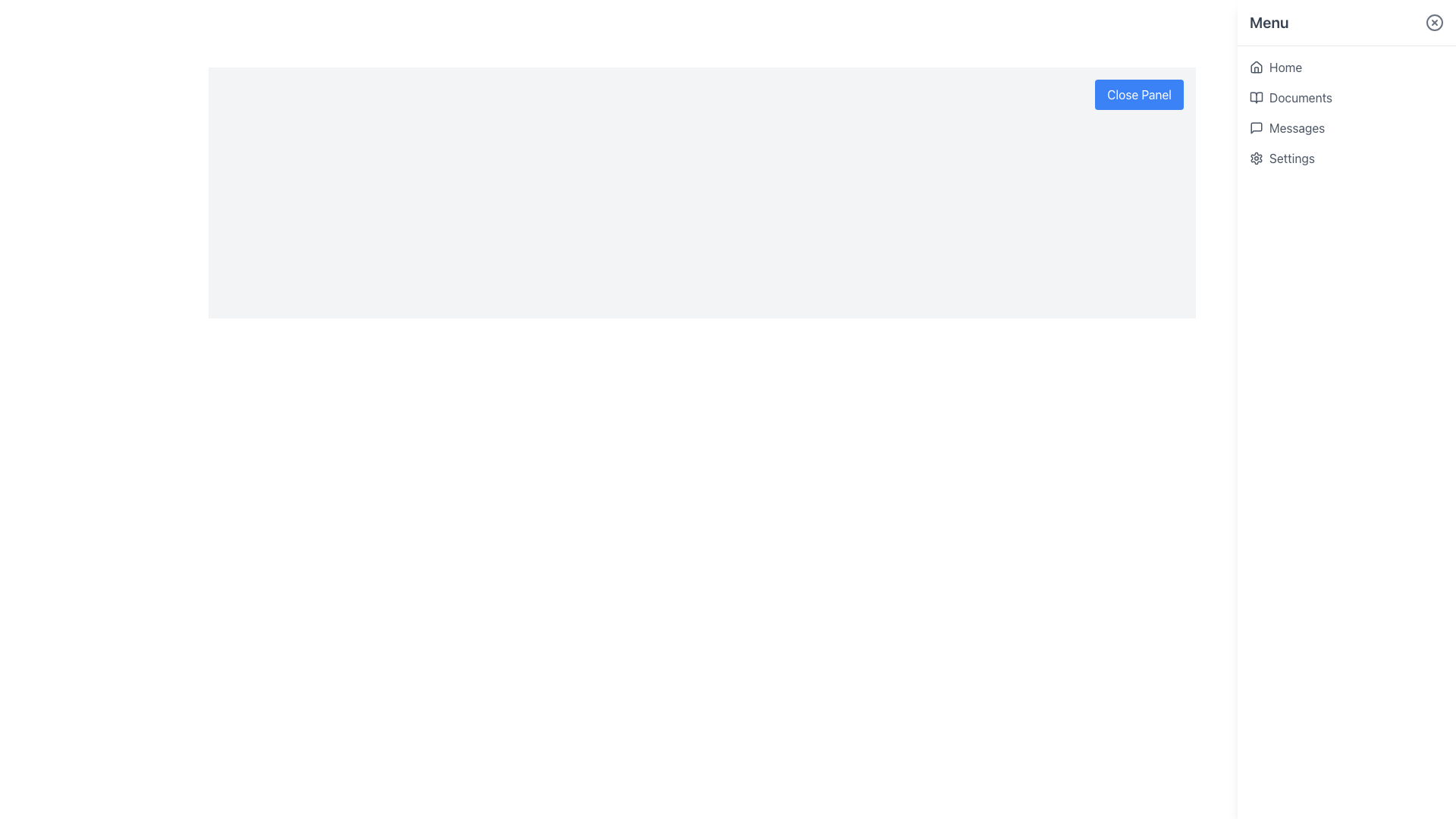  I want to click on the 'Messages' button using keyboard navigation, so click(1347, 127).